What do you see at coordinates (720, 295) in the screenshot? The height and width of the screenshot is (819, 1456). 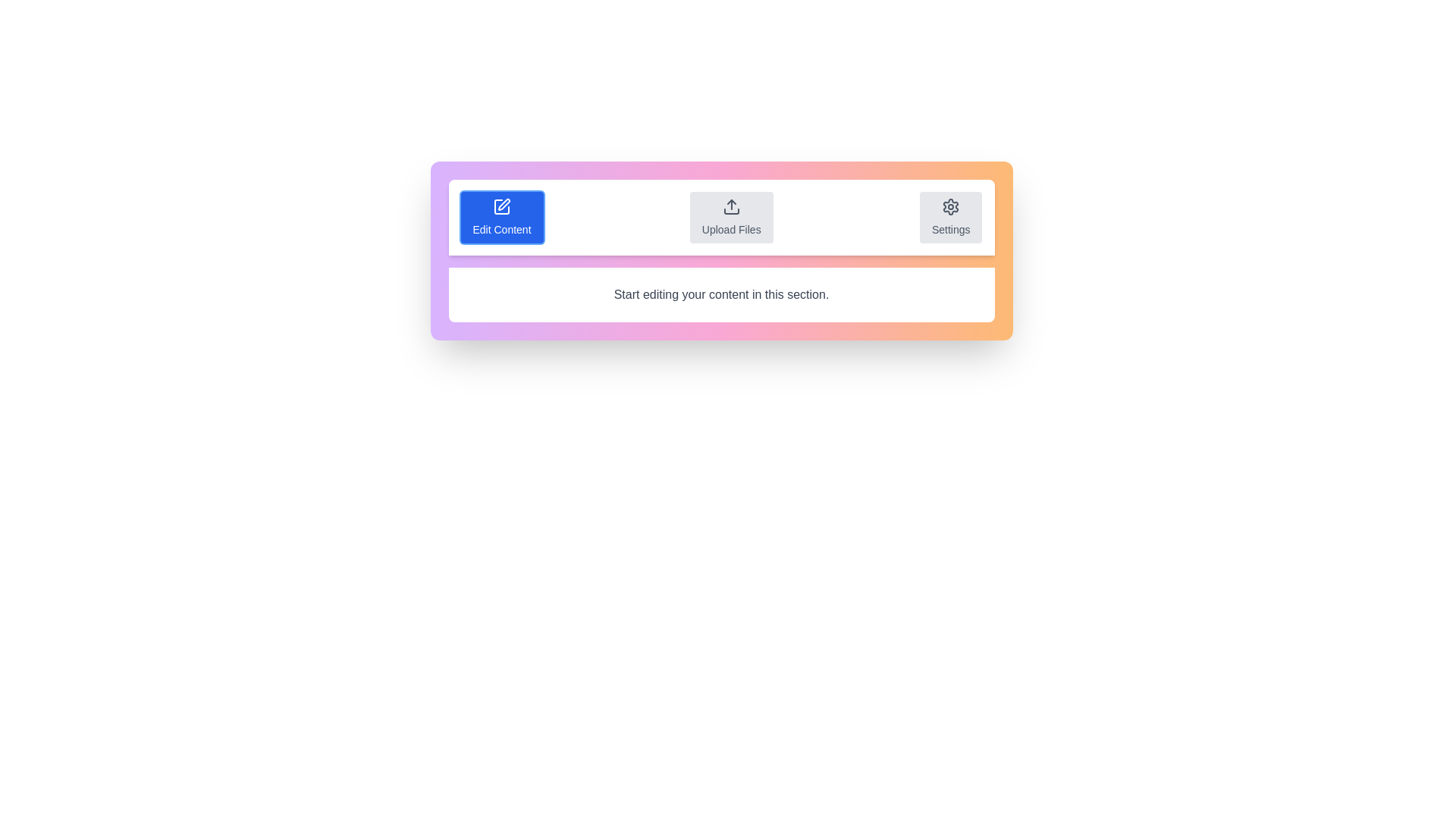 I see `the static text label displaying the message 'Start editing your content in this section.' which is centrally positioned below the buttons in a light background box` at bounding box center [720, 295].